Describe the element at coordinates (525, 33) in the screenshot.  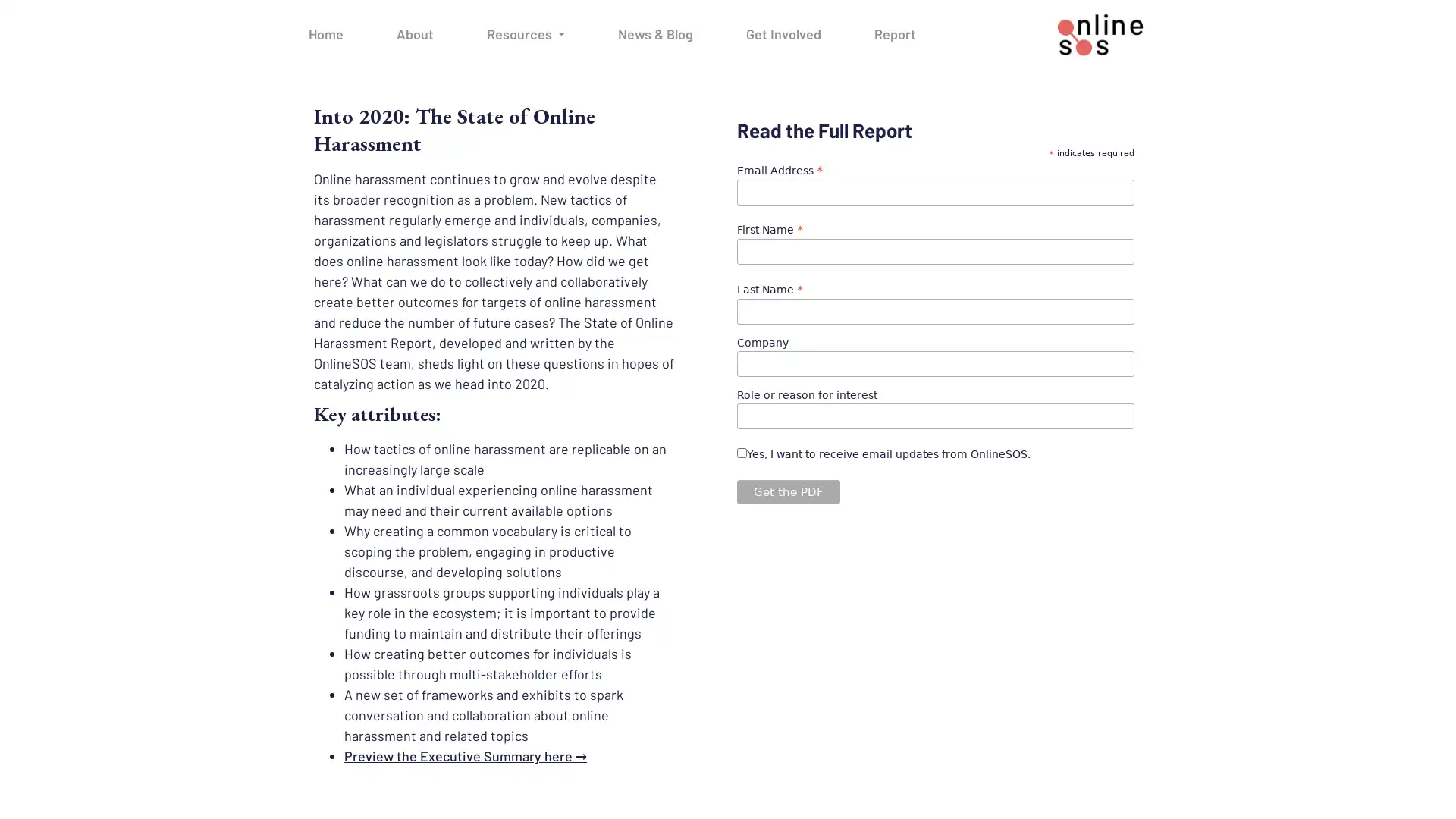
I see `Resources` at that location.